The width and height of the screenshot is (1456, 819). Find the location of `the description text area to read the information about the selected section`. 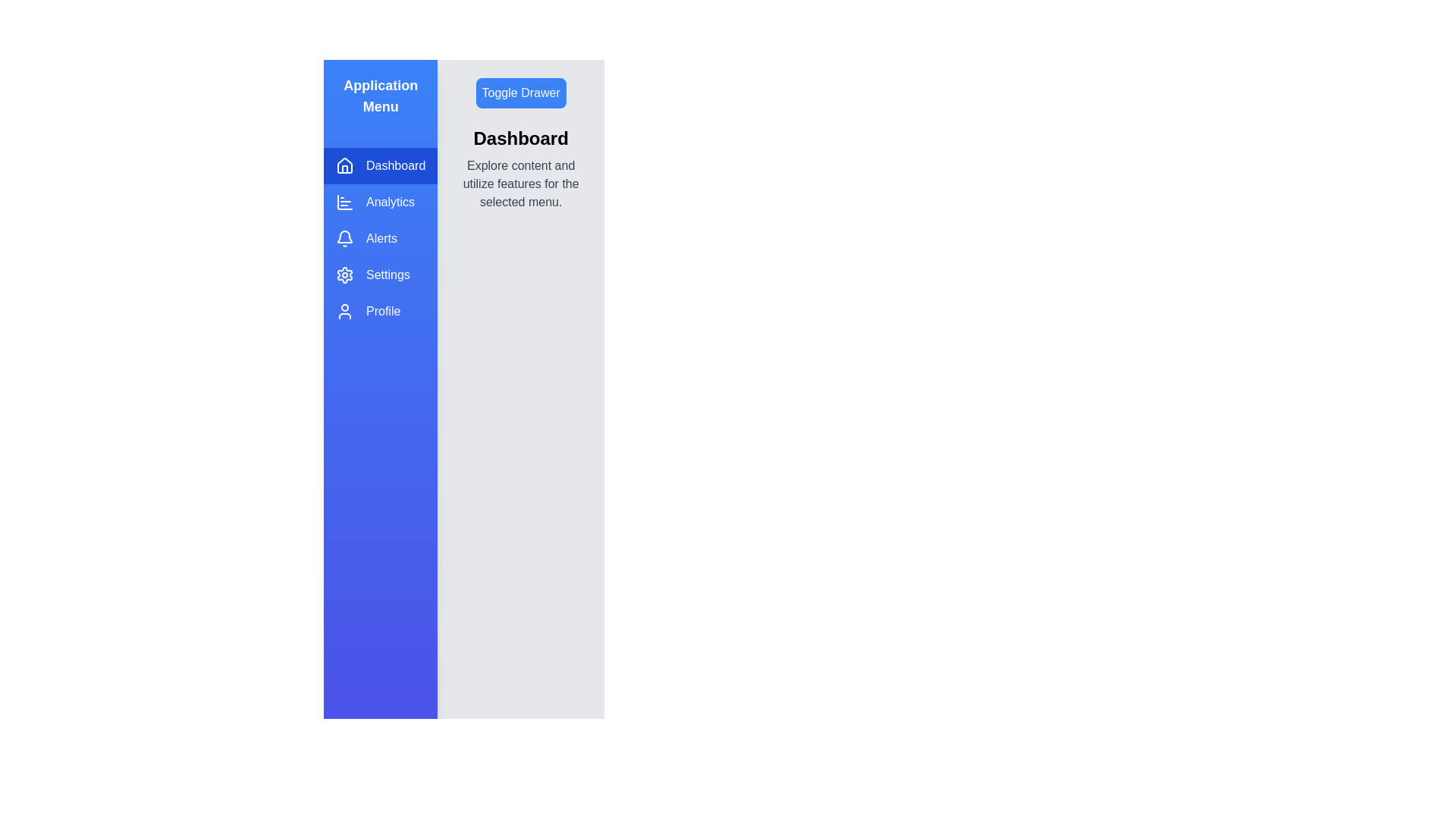

the description text area to read the information about the selected section is located at coordinates (520, 184).